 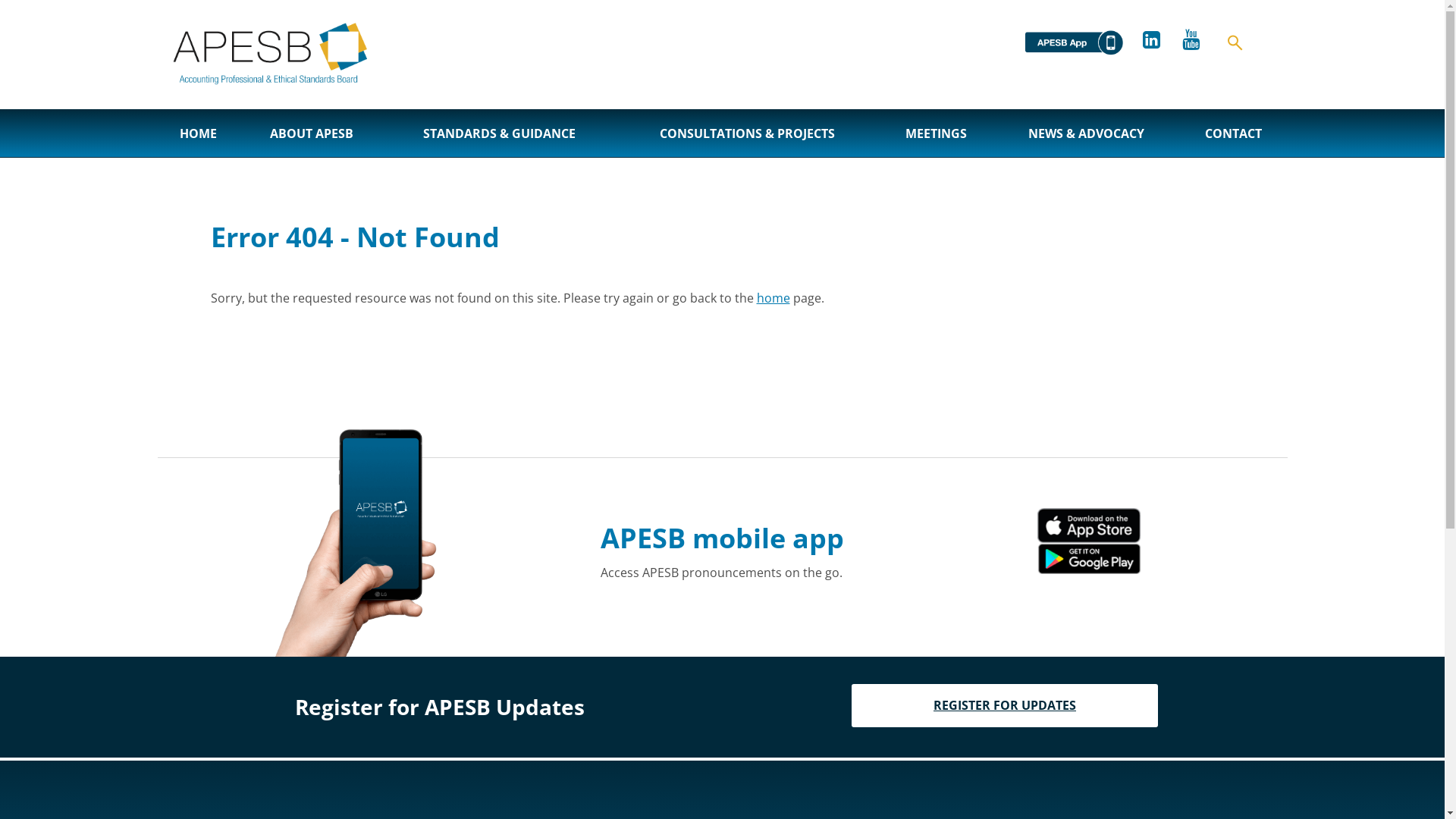 What do you see at coordinates (157, 133) in the screenshot?
I see `'HOME'` at bounding box center [157, 133].